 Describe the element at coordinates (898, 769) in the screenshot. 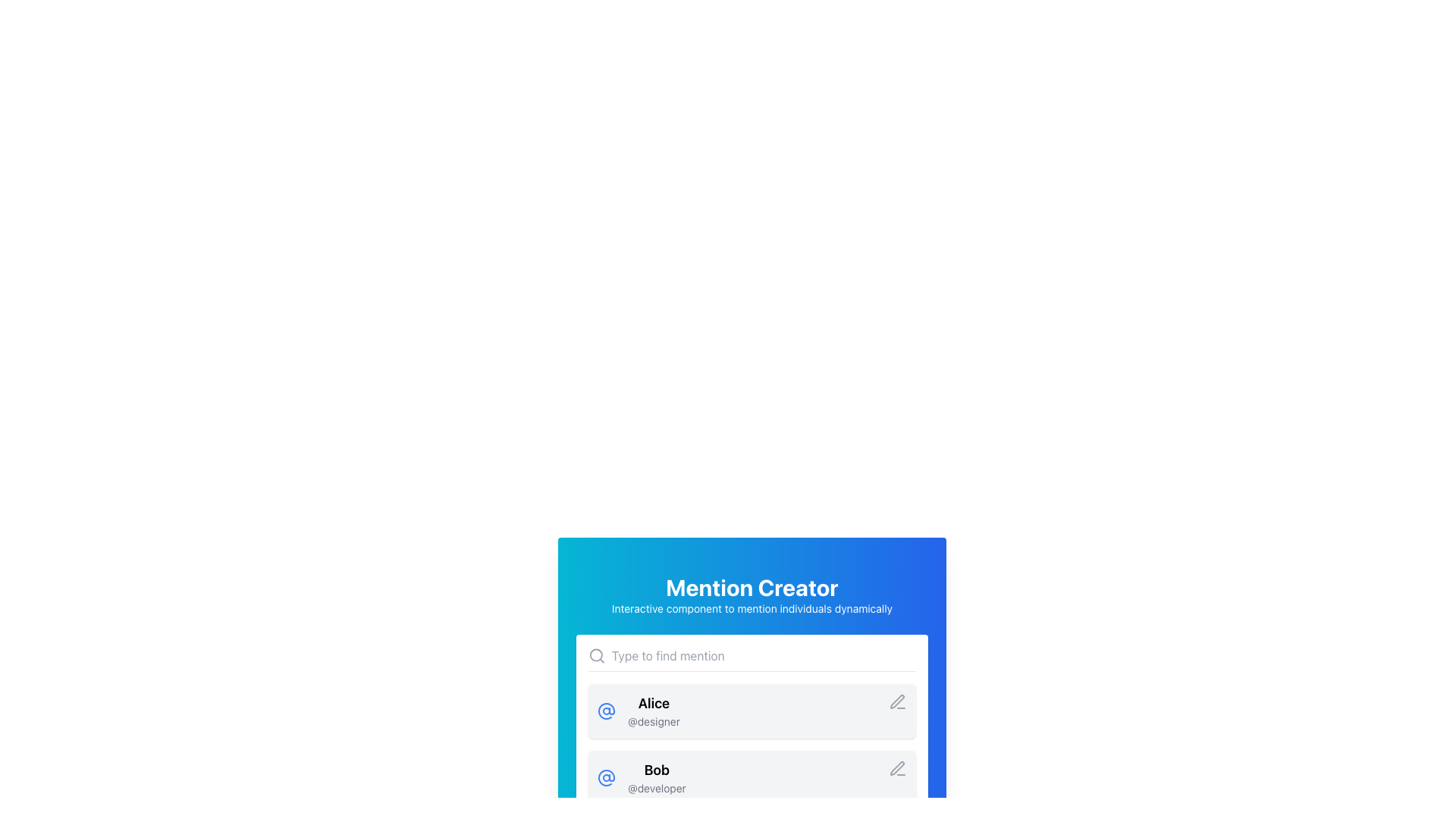

I see `the edit icon located at the rightmost side of the row labeled 'Bob@developer'` at that location.